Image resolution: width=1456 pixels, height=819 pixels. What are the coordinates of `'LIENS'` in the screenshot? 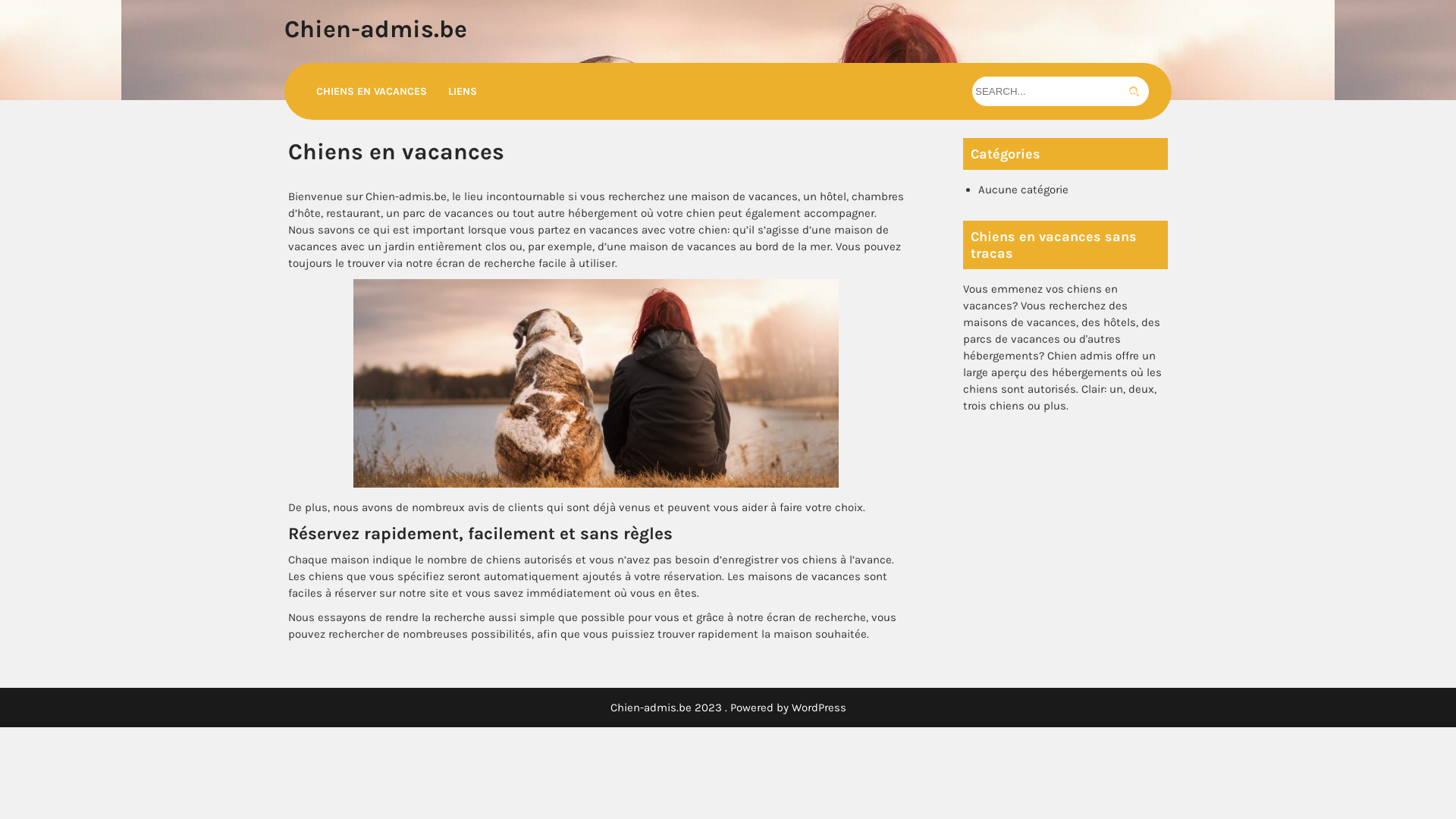 It's located at (461, 91).